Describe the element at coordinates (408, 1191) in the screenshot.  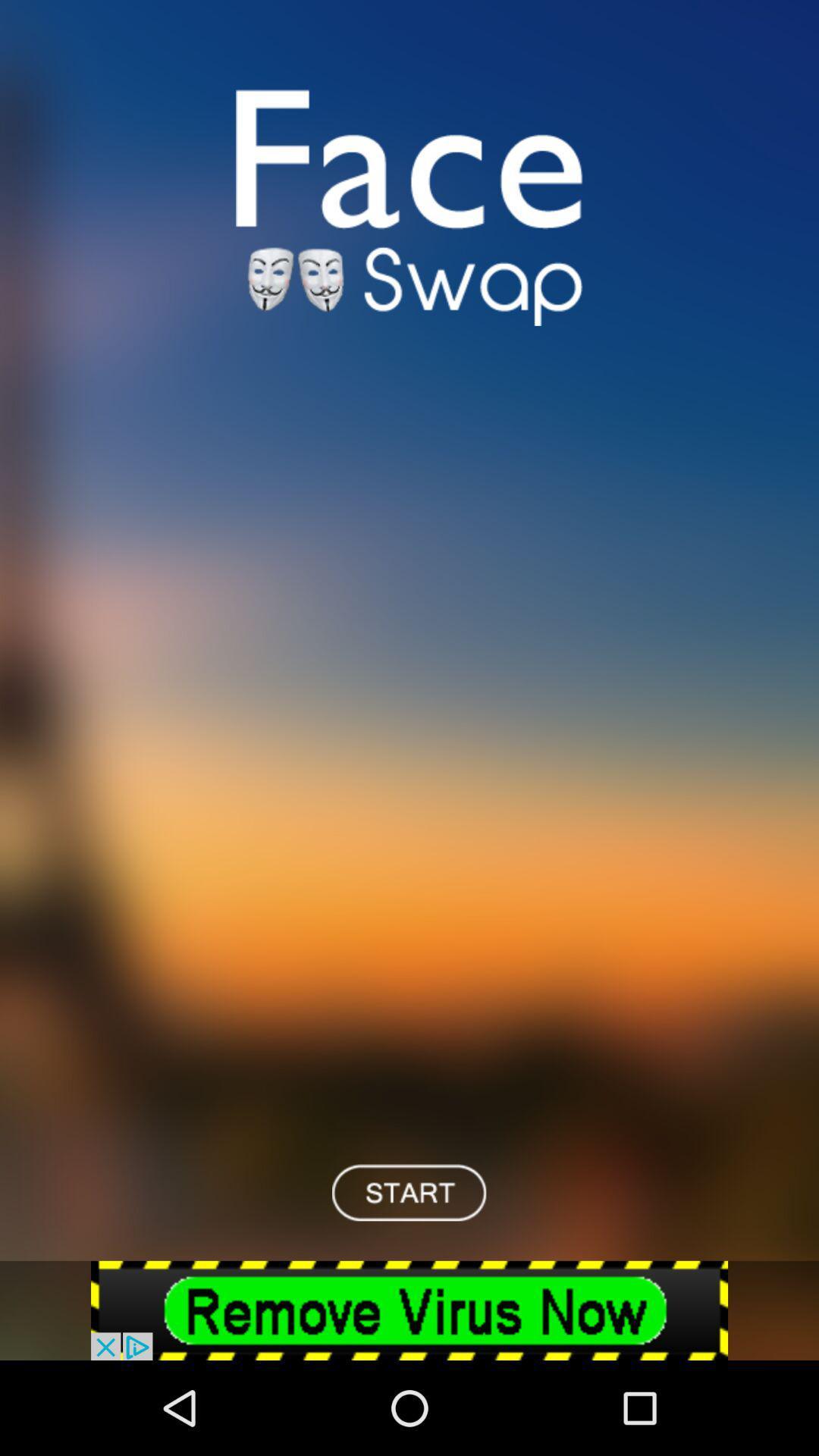
I see `start` at that location.